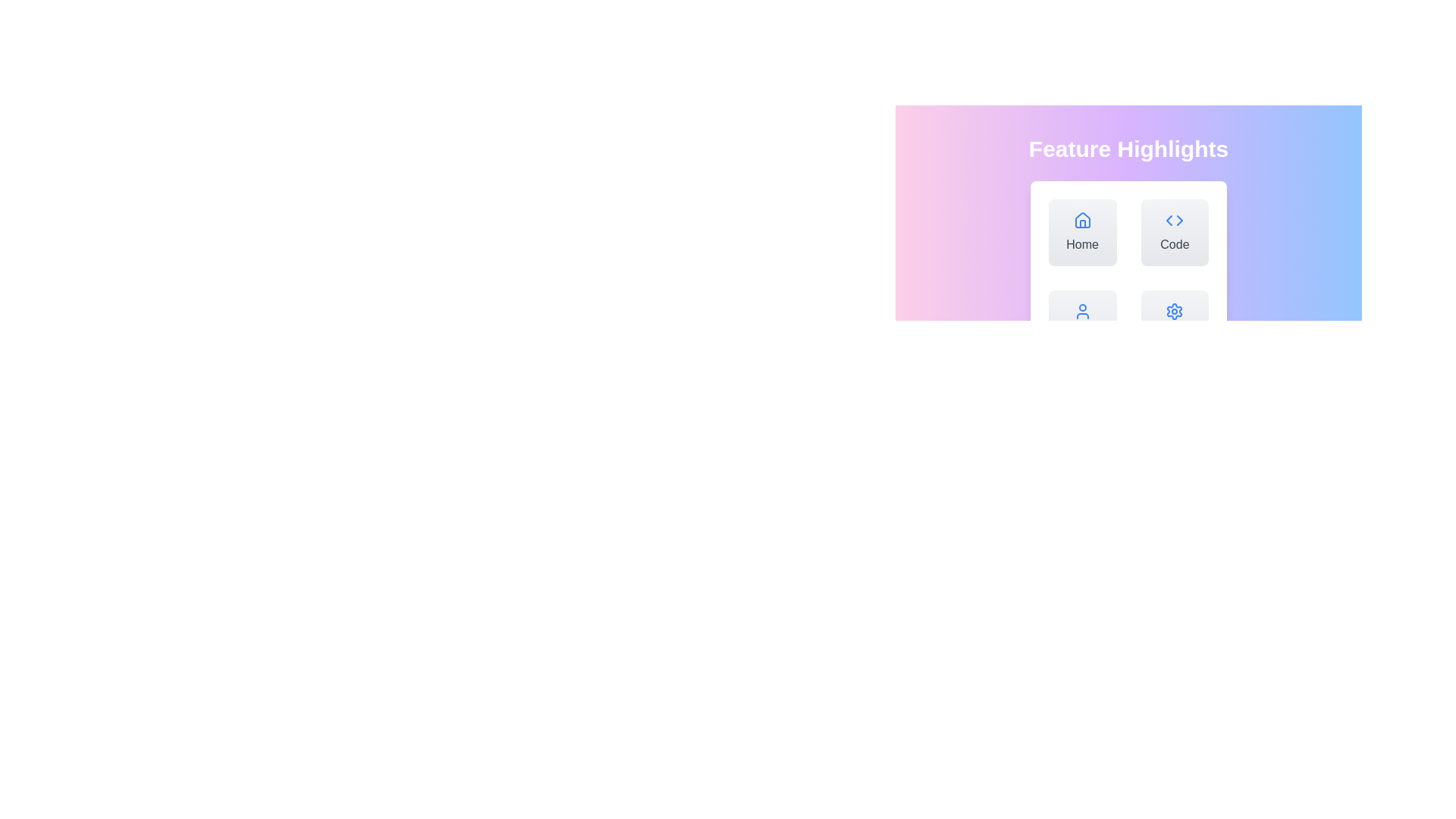 The image size is (1456, 819). What do you see at coordinates (1081, 323) in the screenshot?
I see `the 'Profile' button, which is a vertically aligned button with a light gradient background and a blue user profile icon, located in the bottom-left position of the grid` at bounding box center [1081, 323].